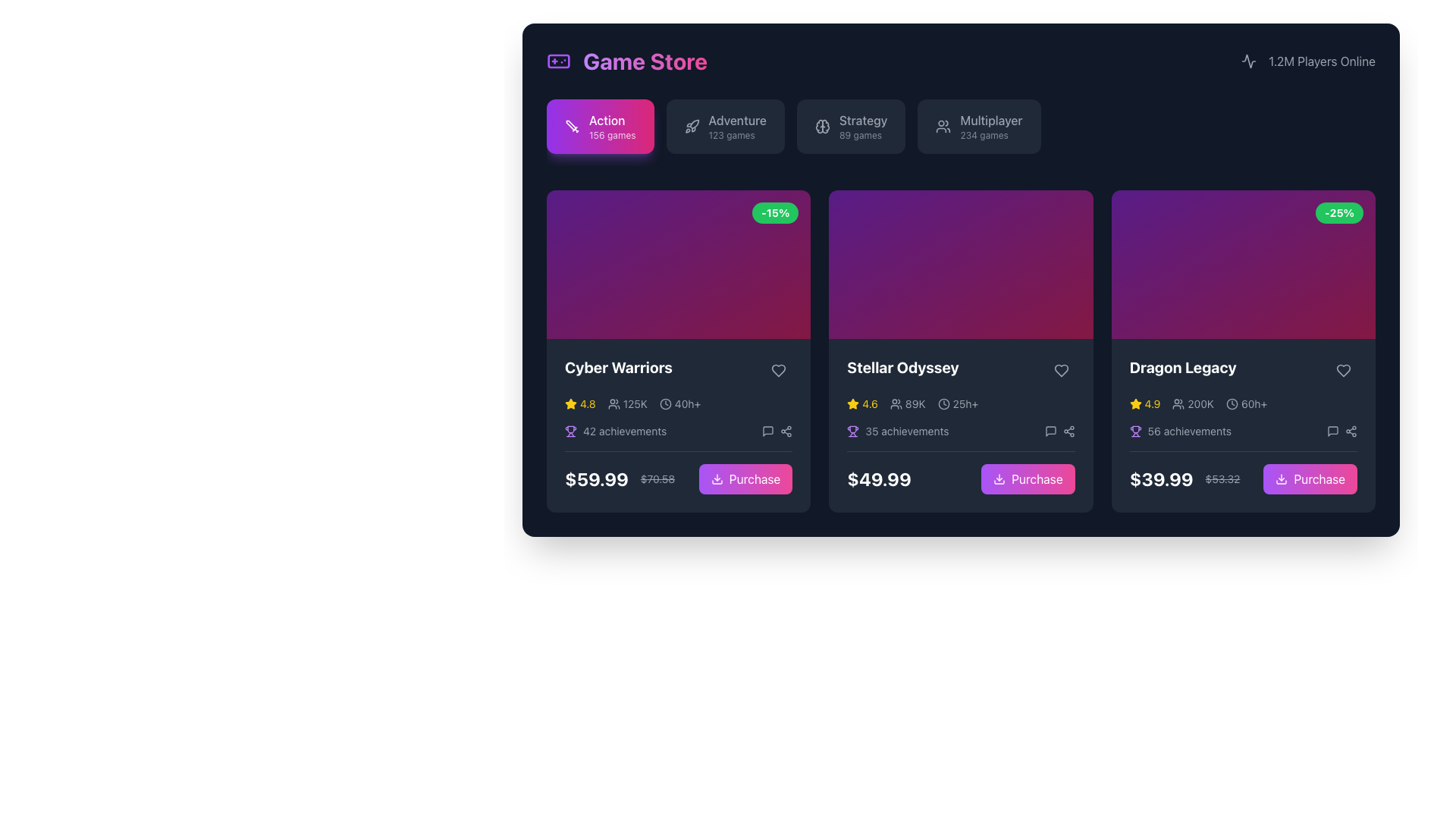  Describe the element at coordinates (863, 119) in the screenshot. I see `the 'Strategy' category text label, which is the title section of the third button in a horizontal list located near the top of the page, positioned between the 'Adventure' and 'Multiplayer' buttons` at that location.